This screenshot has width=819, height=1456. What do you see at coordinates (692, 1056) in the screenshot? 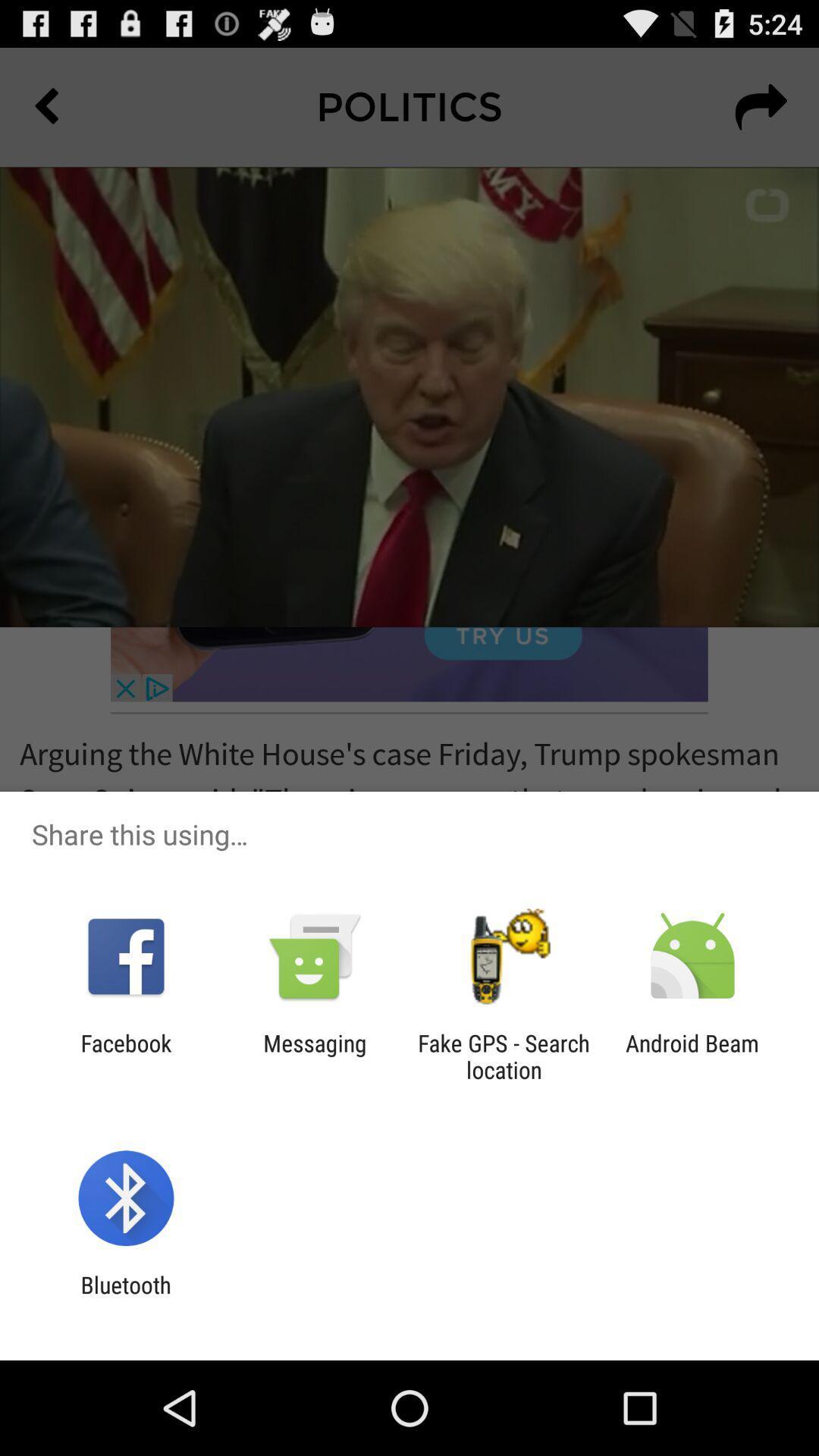
I see `the item at the bottom right corner` at bounding box center [692, 1056].